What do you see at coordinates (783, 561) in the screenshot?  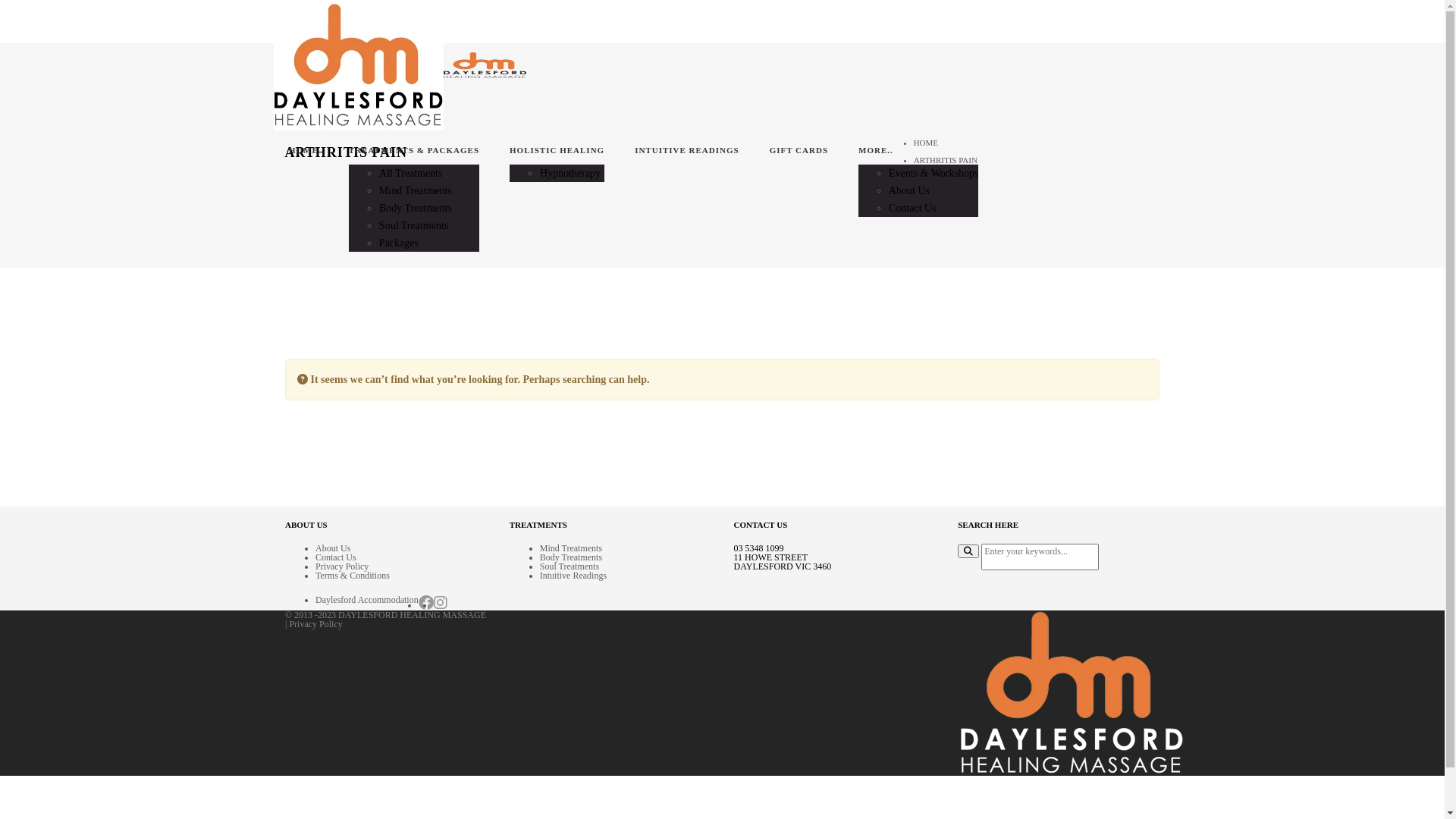 I see `'11 HOWE STREET` at bounding box center [783, 561].